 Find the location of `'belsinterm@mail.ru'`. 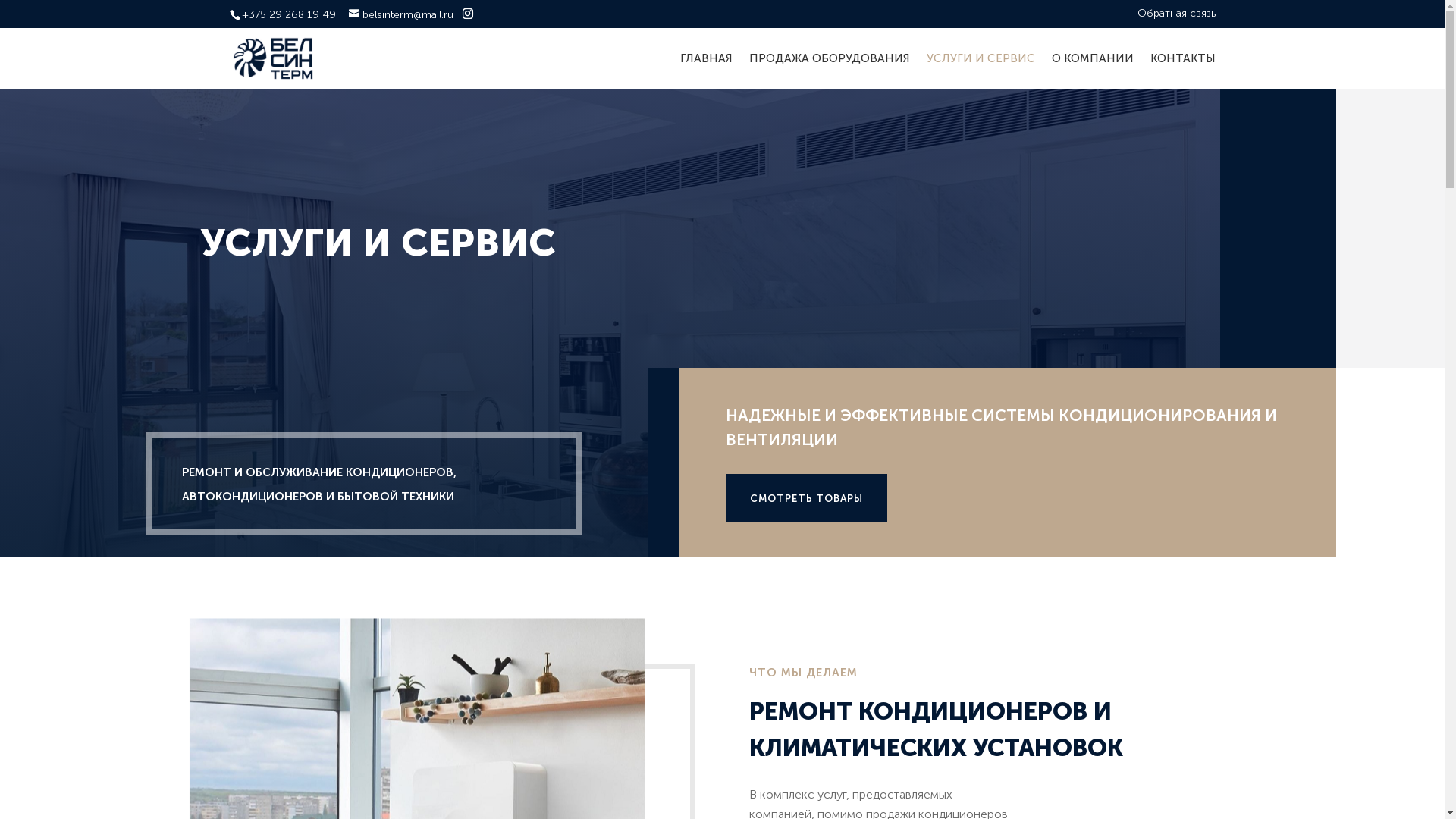

'belsinterm@mail.ru' is located at coordinates (348, 14).